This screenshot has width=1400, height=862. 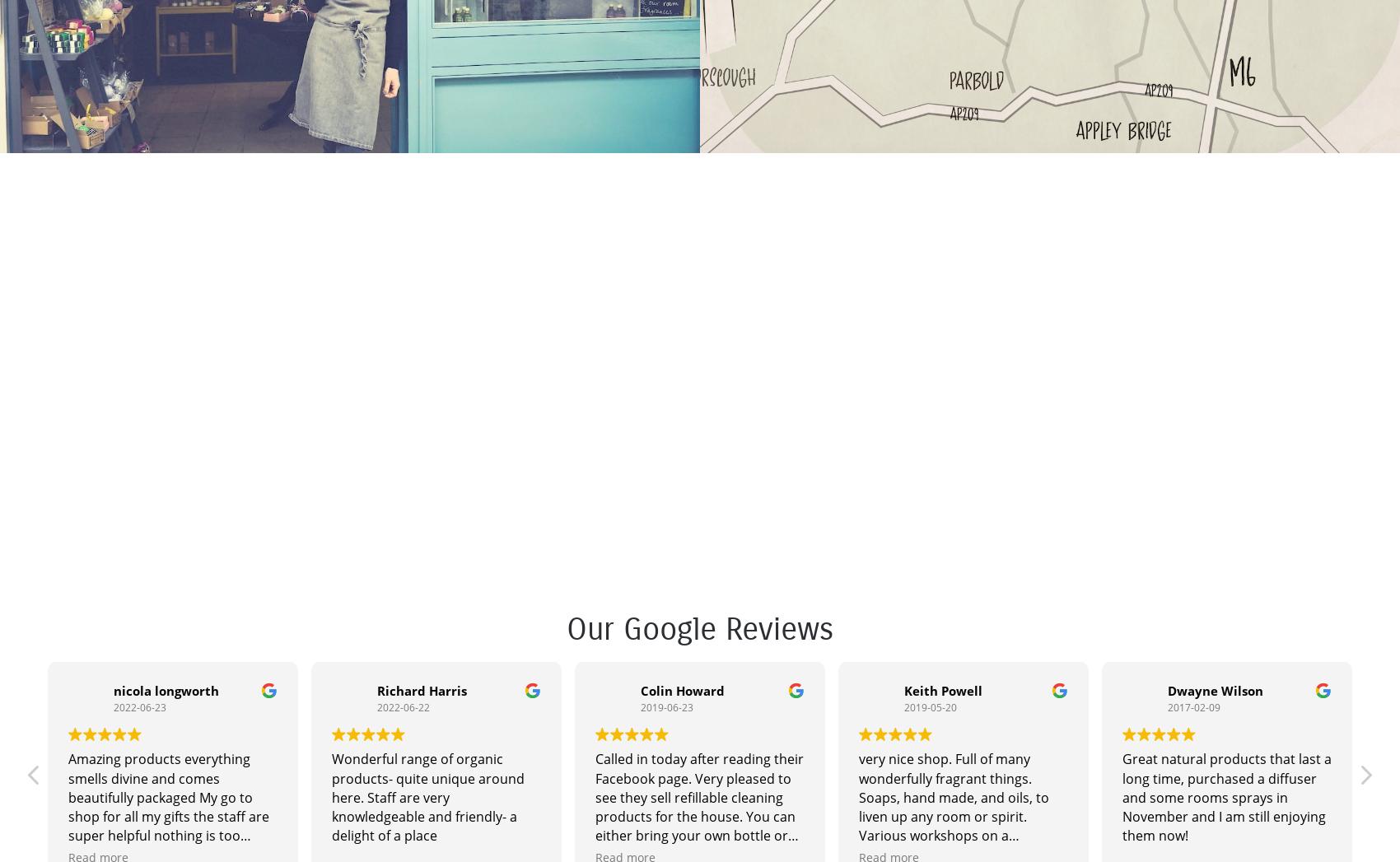 I want to click on 'Keith Powell', so click(x=904, y=690).